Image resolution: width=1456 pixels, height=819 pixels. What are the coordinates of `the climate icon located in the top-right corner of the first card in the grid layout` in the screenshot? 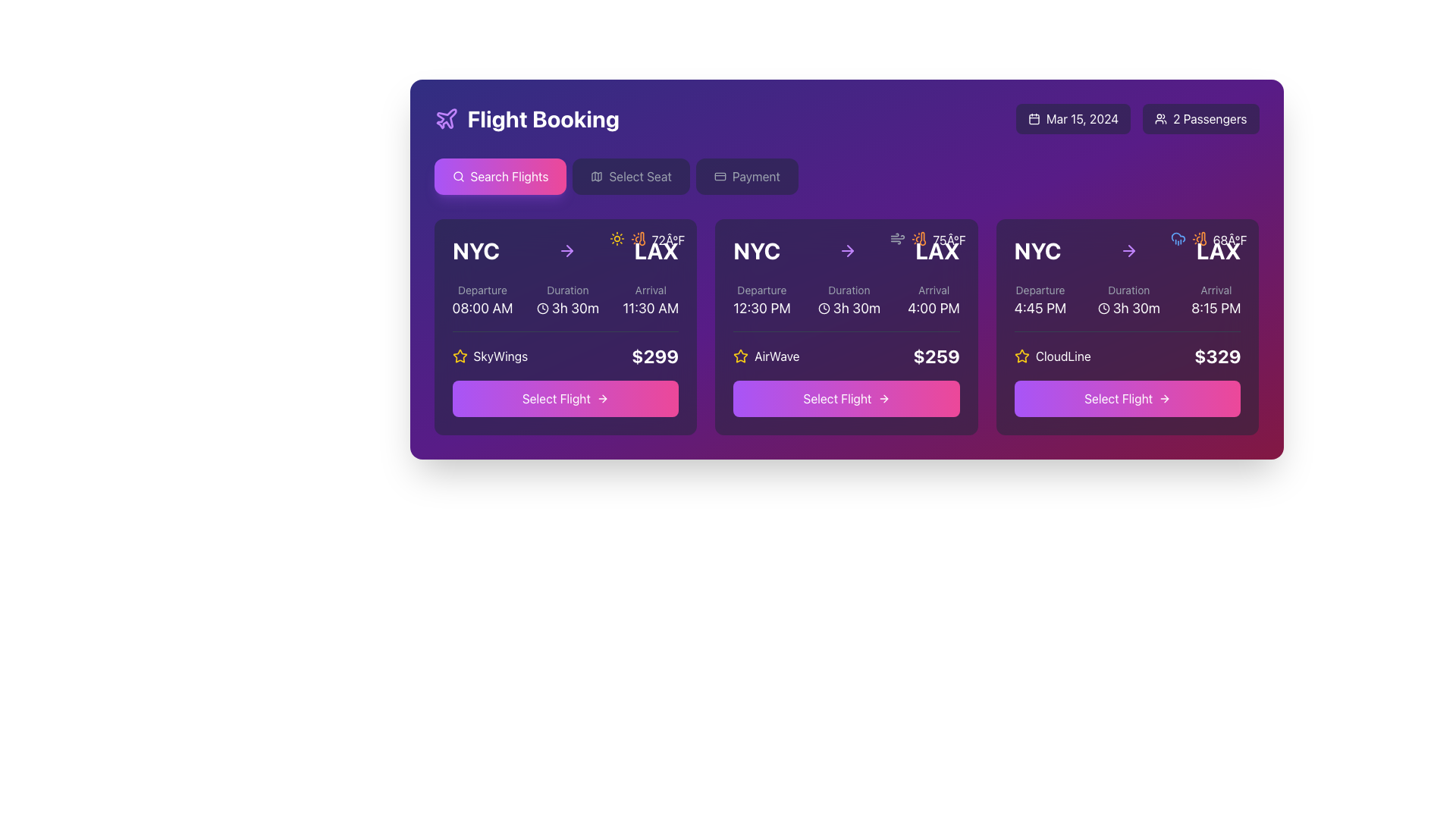 It's located at (638, 239).